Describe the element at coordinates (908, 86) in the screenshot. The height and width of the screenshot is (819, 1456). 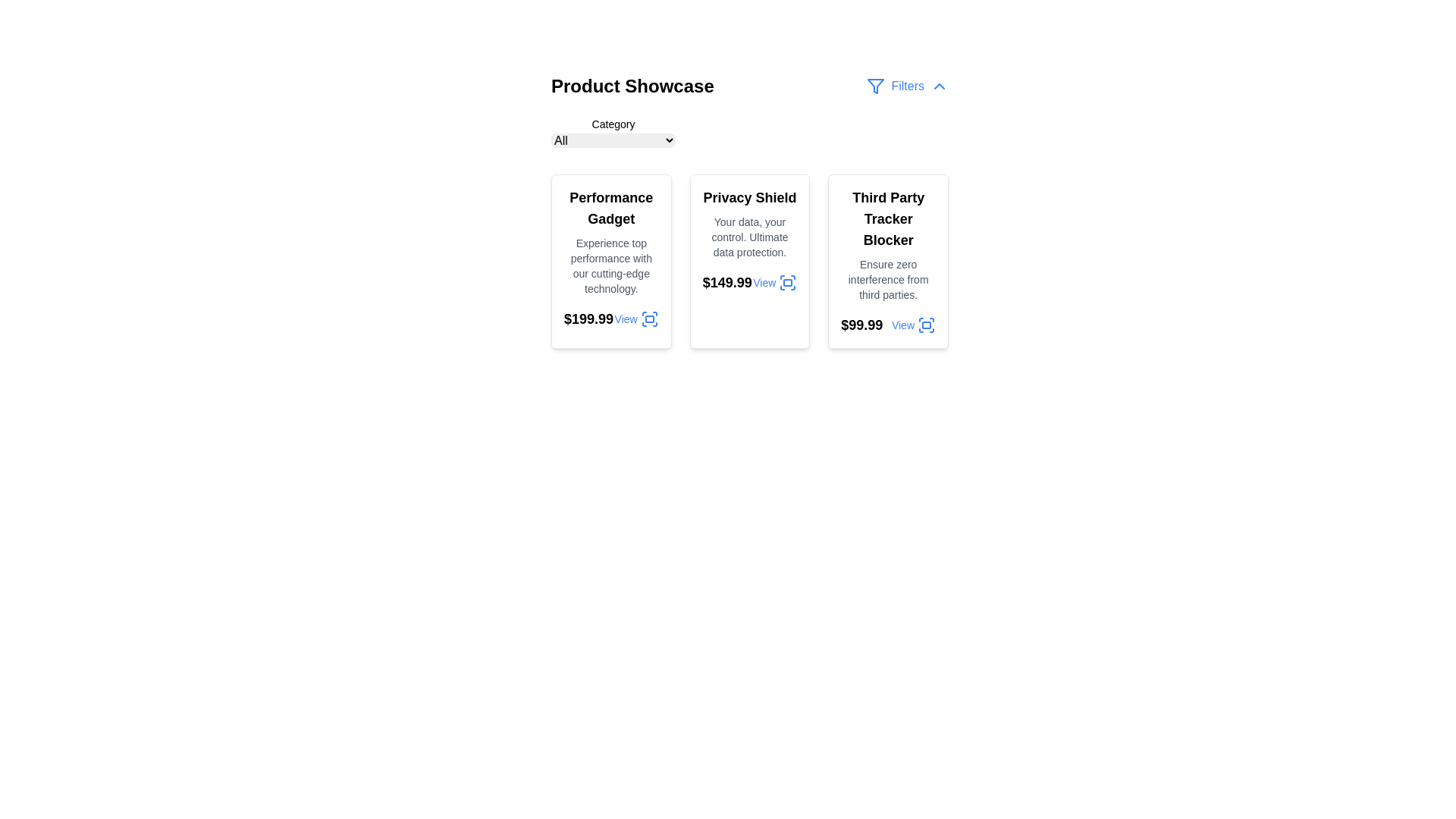
I see `the dropdown toggle button located at the upper right corner of the 'Product Showcase' section` at that location.